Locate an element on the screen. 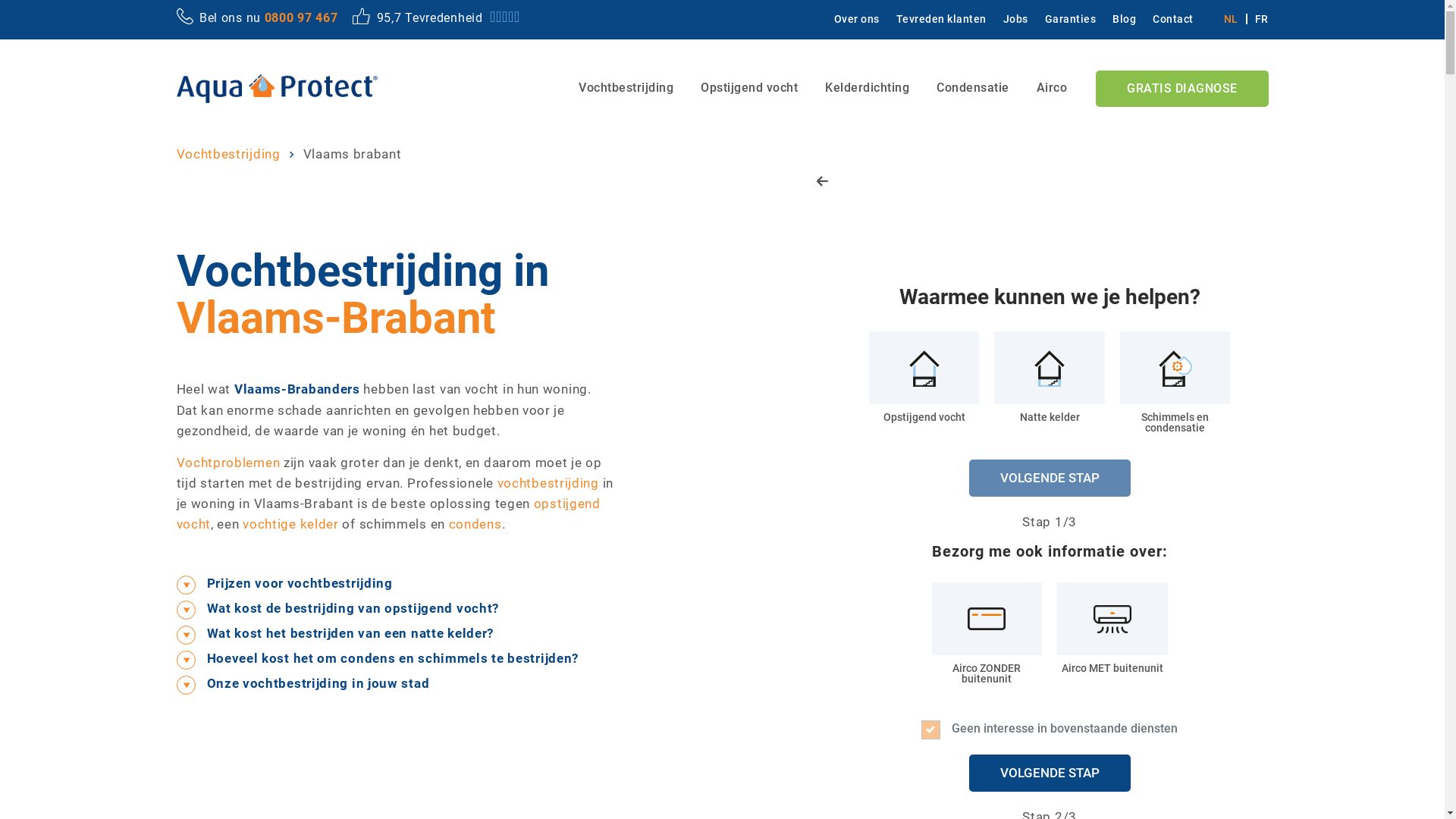 The height and width of the screenshot is (819, 1456). 'Condensatie' is located at coordinates (922, 87).